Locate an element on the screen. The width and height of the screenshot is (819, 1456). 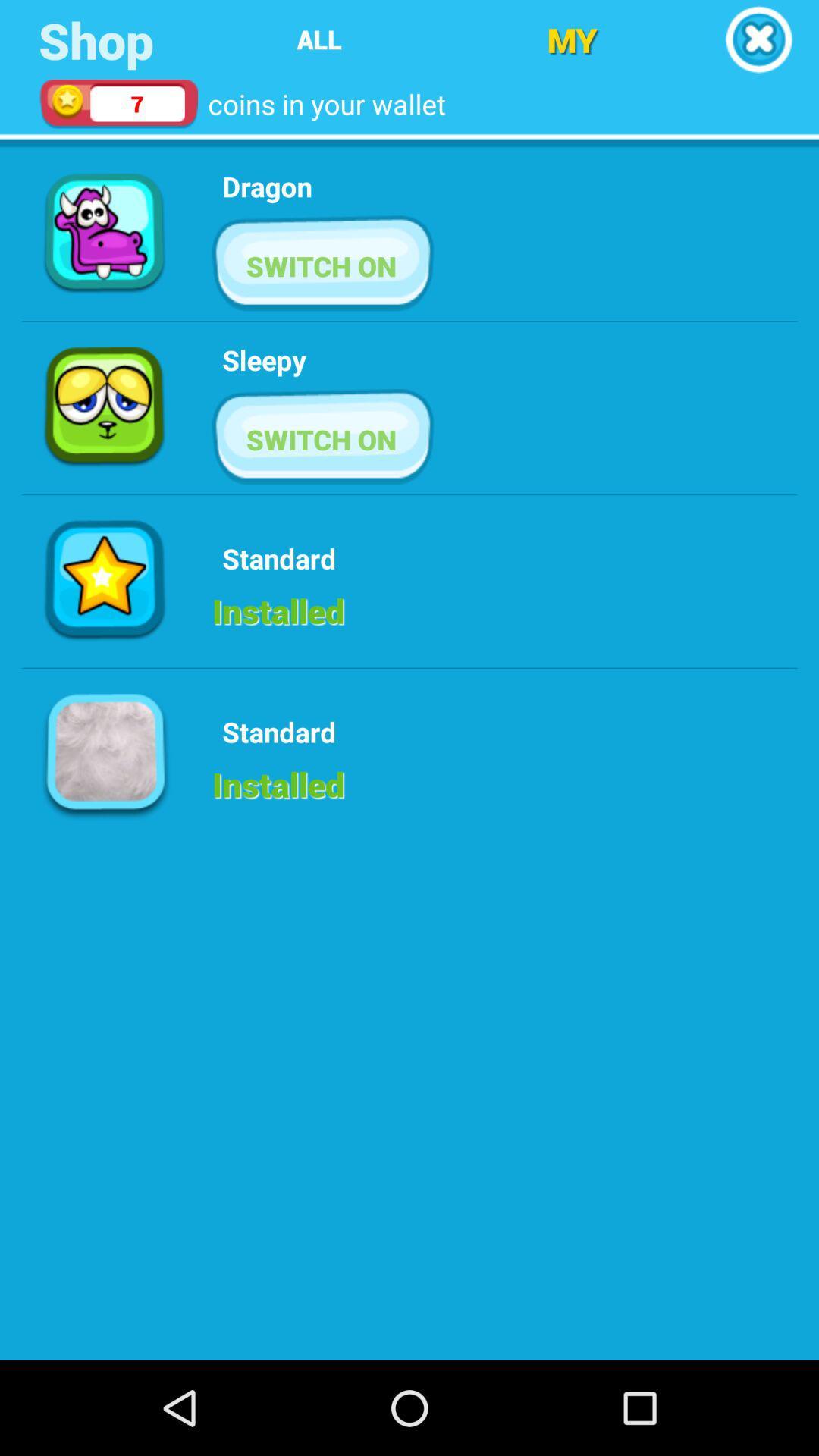
the icon to the left of my item is located at coordinates (318, 39).